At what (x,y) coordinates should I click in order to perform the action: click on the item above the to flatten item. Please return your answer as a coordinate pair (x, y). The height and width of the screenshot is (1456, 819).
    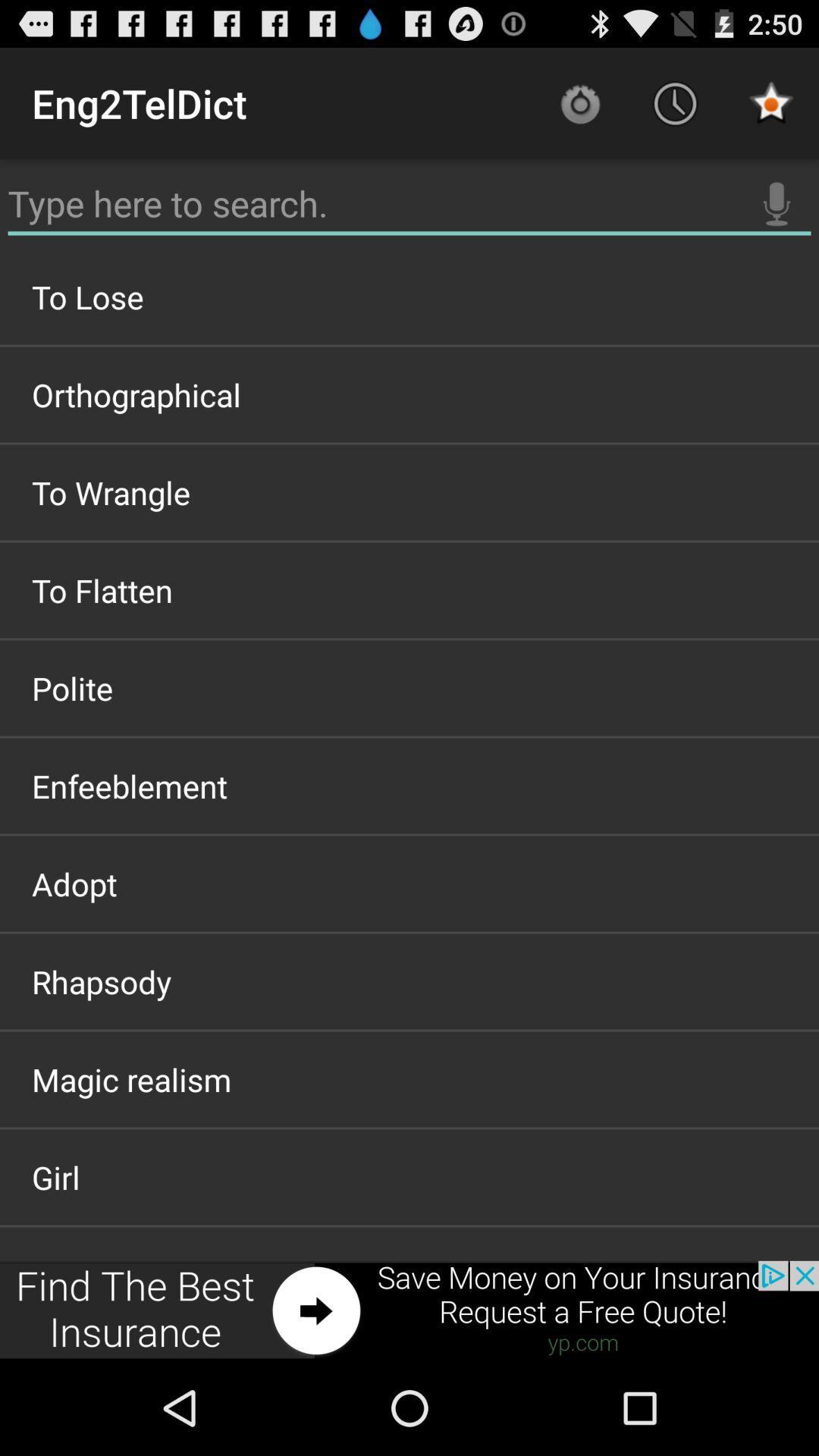
    Looking at the image, I should click on (409, 492).